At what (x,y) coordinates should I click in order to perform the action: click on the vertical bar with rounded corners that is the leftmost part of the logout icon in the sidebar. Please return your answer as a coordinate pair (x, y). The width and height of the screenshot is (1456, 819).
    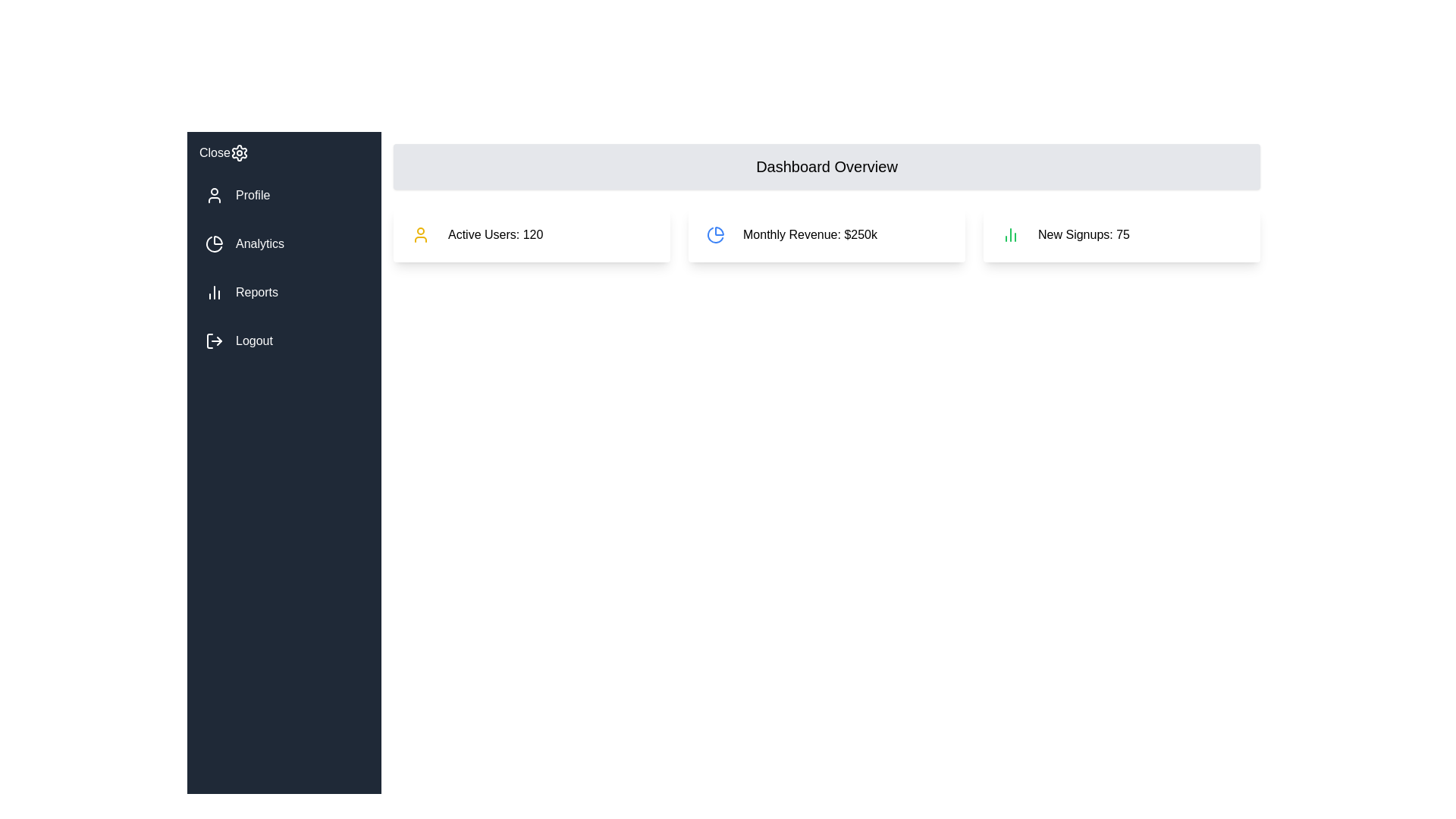
    Looking at the image, I should click on (209, 341).